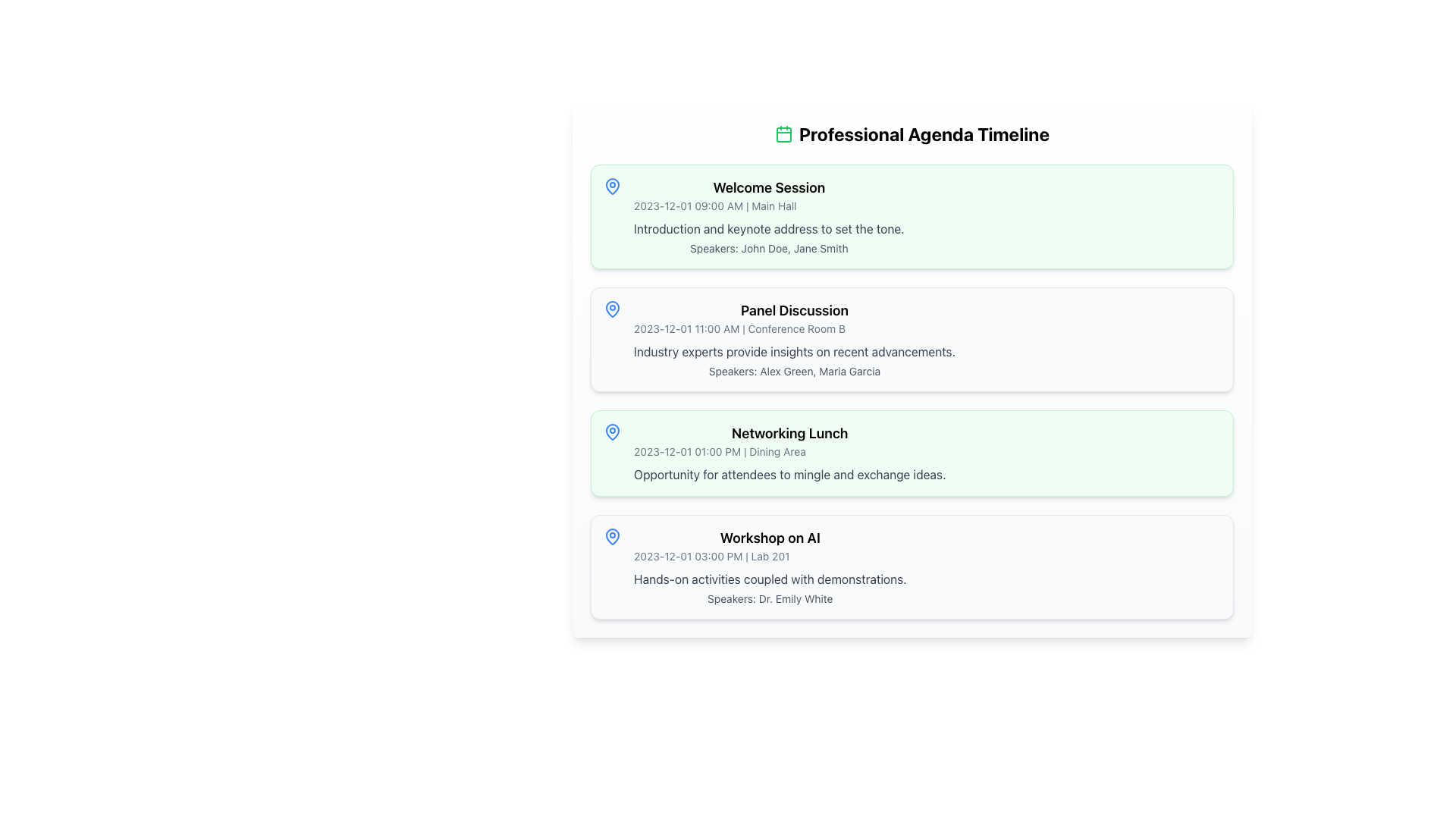  What do you see at coordinates (793, 351) in the screenshot?
I see `descriptive summary of the 'Panel Discussion' section, which is a static text element located centrally below the date/time and location information` at bounding box center [793, 351].